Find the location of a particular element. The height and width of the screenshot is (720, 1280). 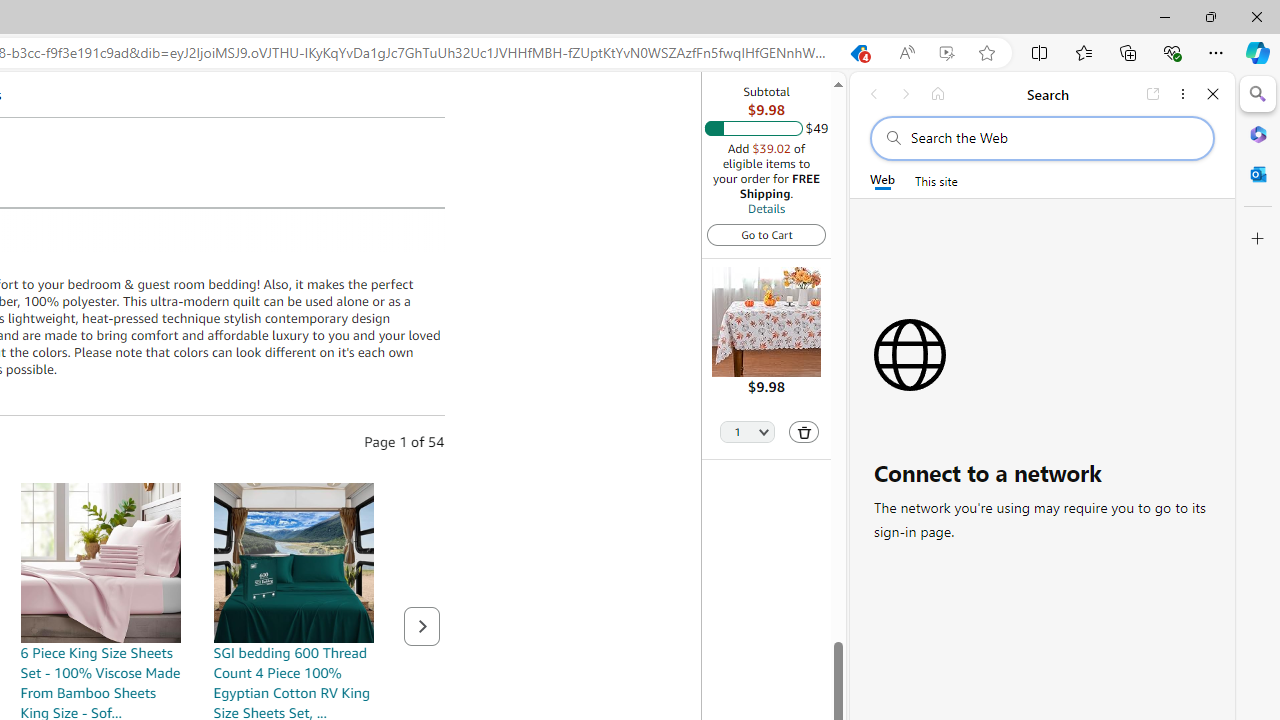

'Search the web' is located at coordinates (1051, 137).